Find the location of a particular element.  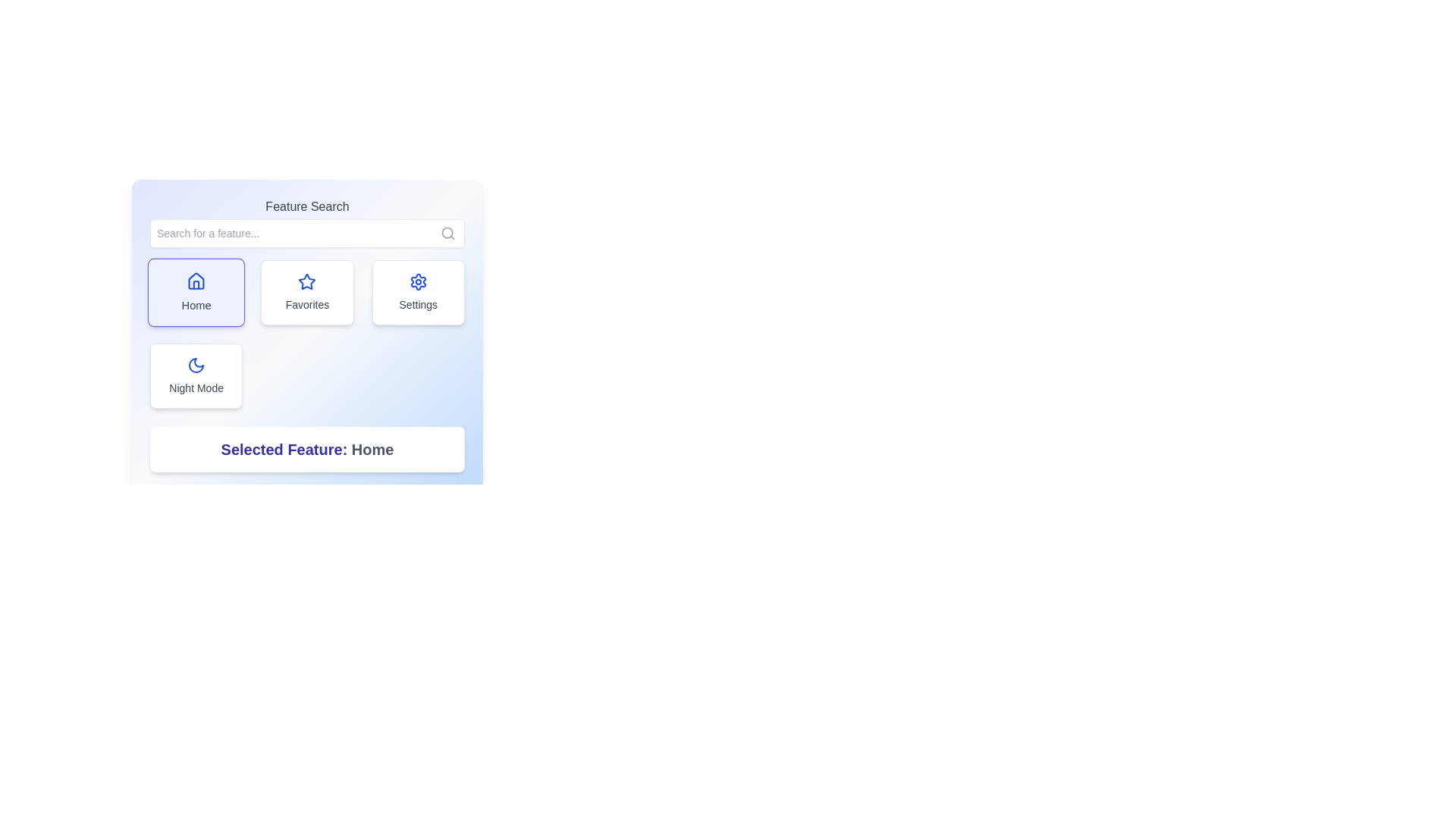

the 'Home' button located at the top-left of the grid layout below the search bar area is located at coordinates (196, 292).